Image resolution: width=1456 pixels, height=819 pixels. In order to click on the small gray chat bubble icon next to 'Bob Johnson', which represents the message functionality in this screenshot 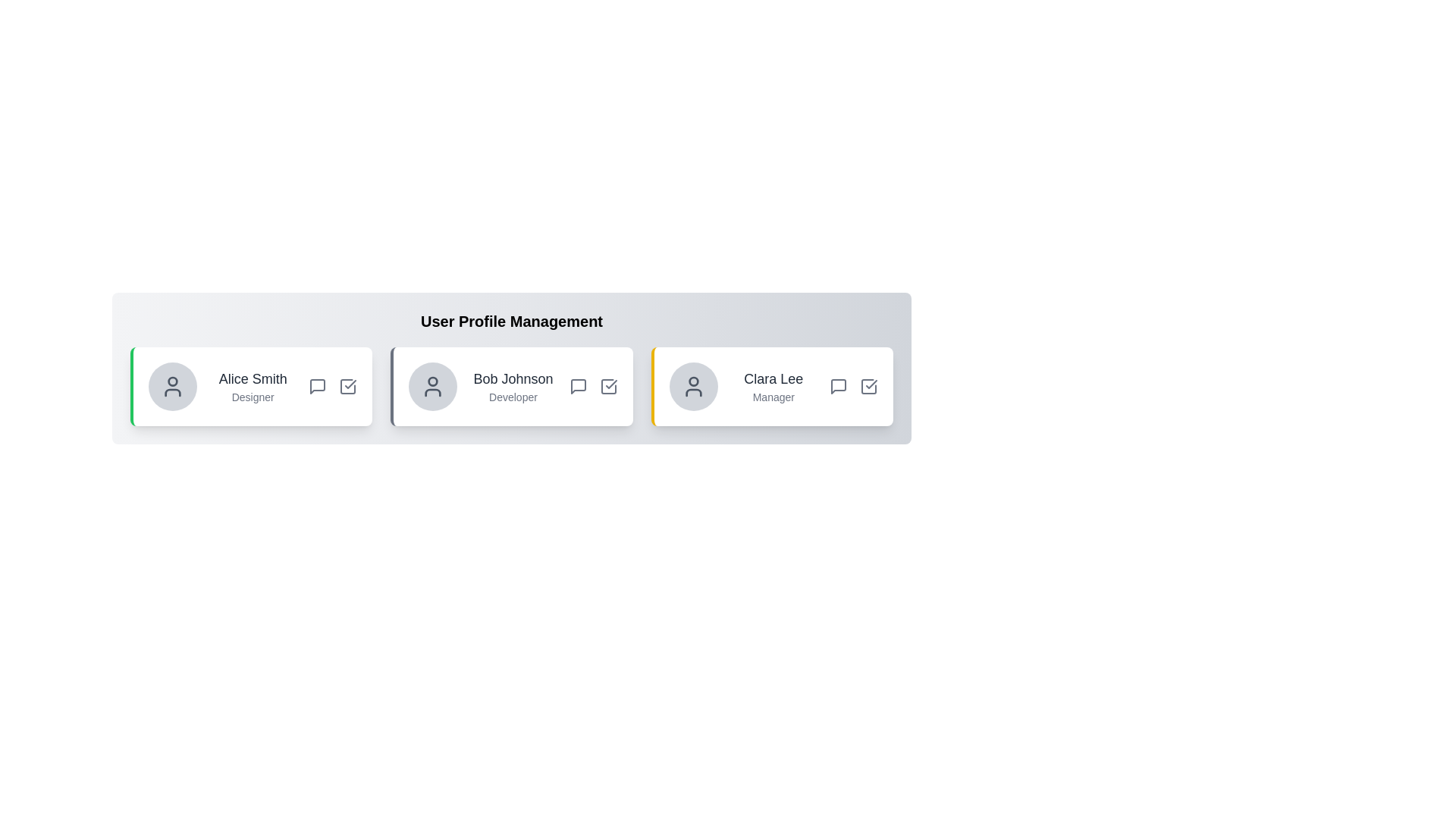, I will do `click(577, 385)`.